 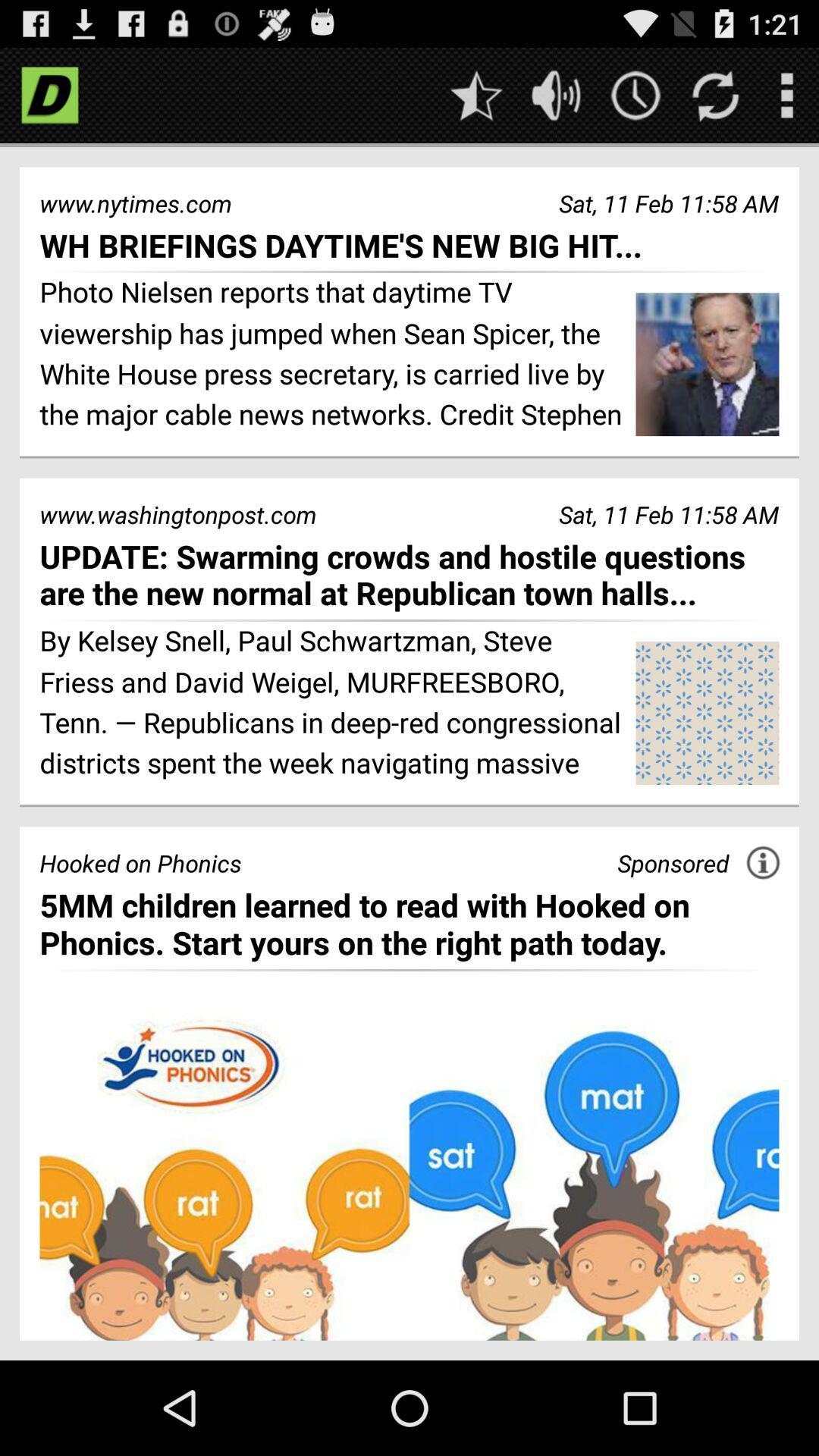 I want to click on volume setting, so click(x=556, y=94).